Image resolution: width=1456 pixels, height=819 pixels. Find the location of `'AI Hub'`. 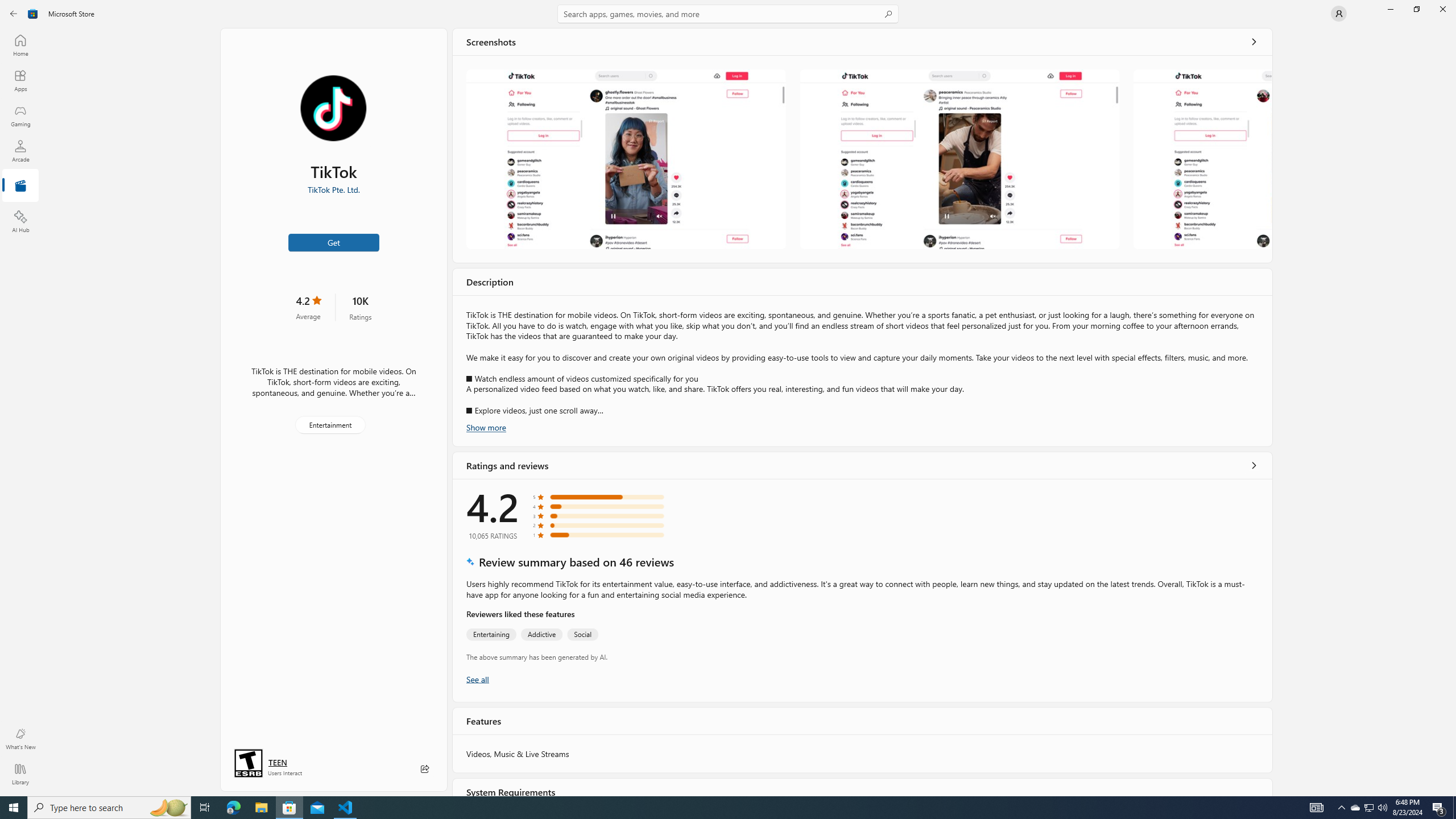

'AI Hub' is located at coordinates (19, 221).